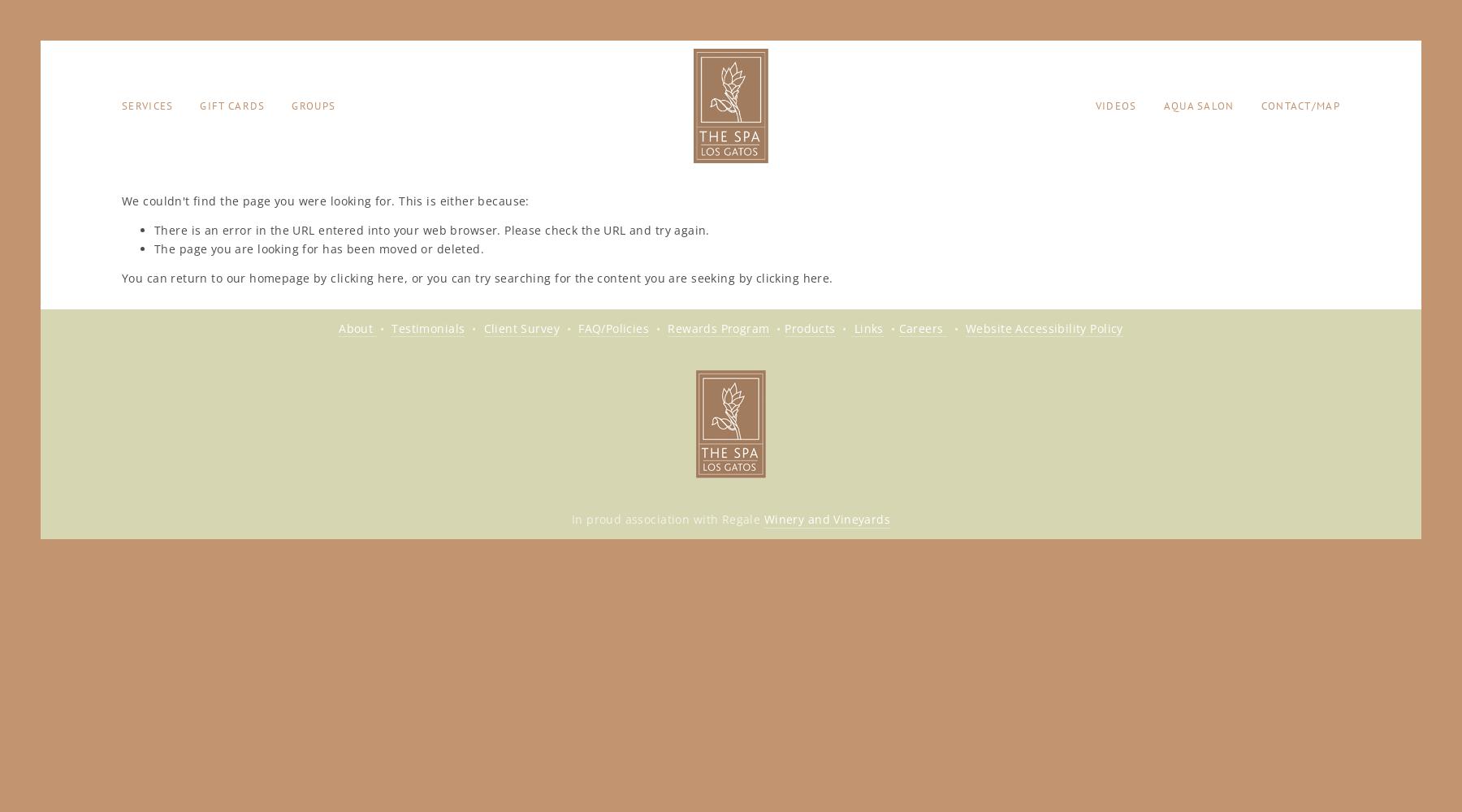  I want to click on 'There is an error in the URL entered into your web browser. Please check the URL and try again.', so click(430, 230).